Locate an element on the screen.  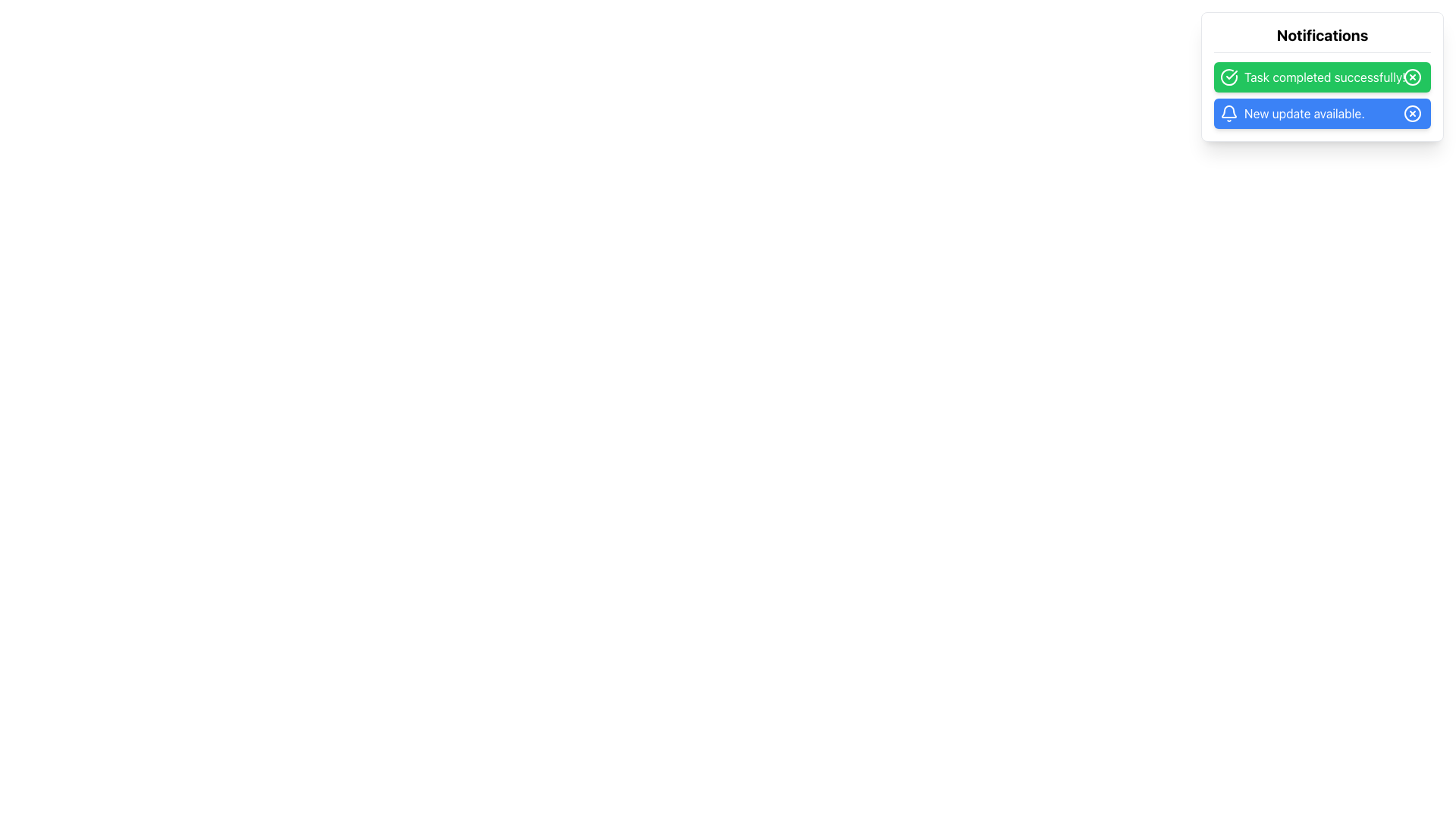
the Notification message bar that informs the user about the availability of a new update, positioned below the green notification message stating 'Task completed successfully!' is located at coordinates (1321, 113).